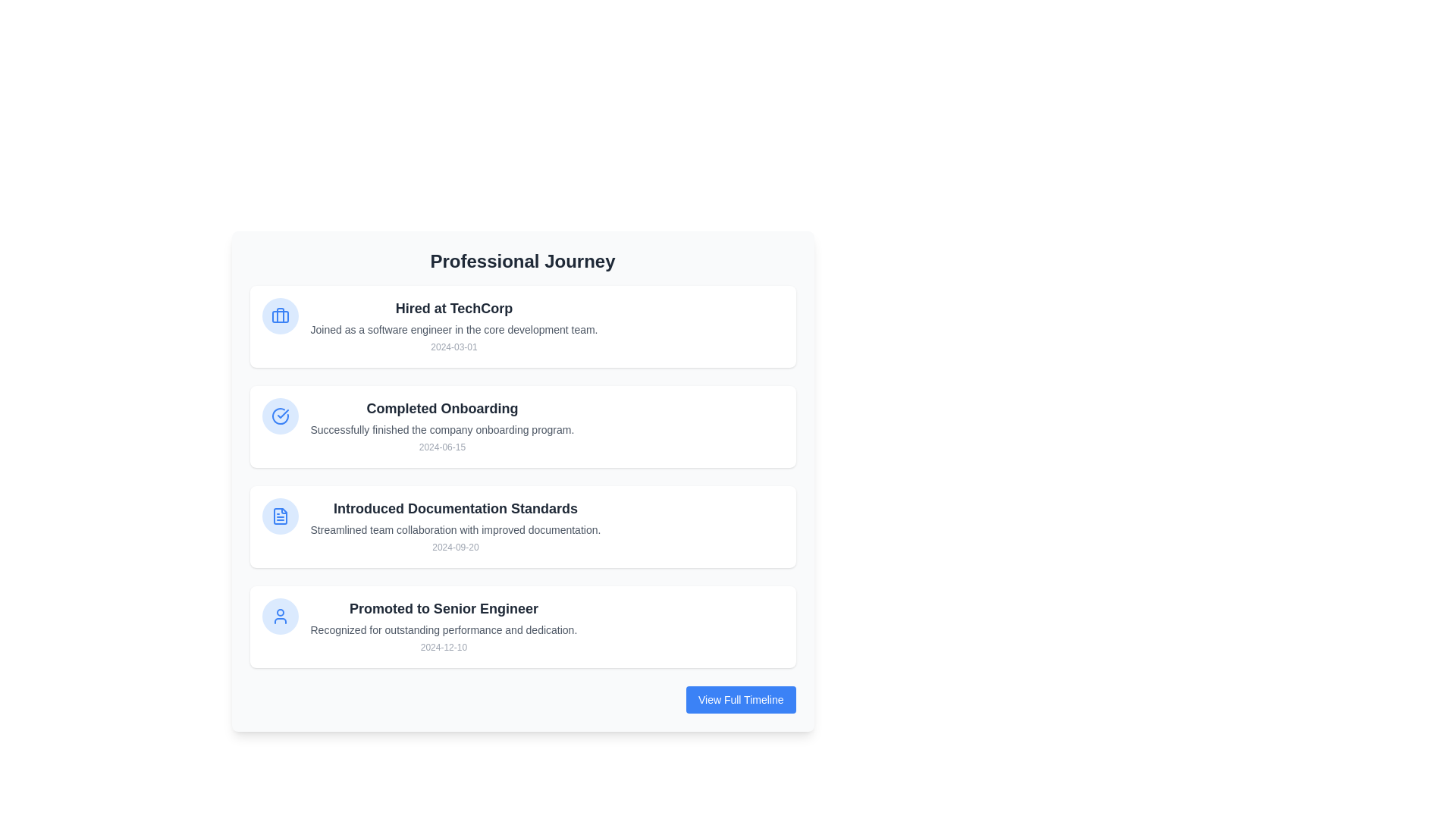 Image resolution: width=1456 pixels, height=819 pixels. What do you see at coordinates (454, 509) in the screenshot?
I see `title text for the third event in the 'Professional Journey' section, which is located between 'Completed Onboarding' and 'Promoted to Senior Engineer'` at bounding box center [454, 509].